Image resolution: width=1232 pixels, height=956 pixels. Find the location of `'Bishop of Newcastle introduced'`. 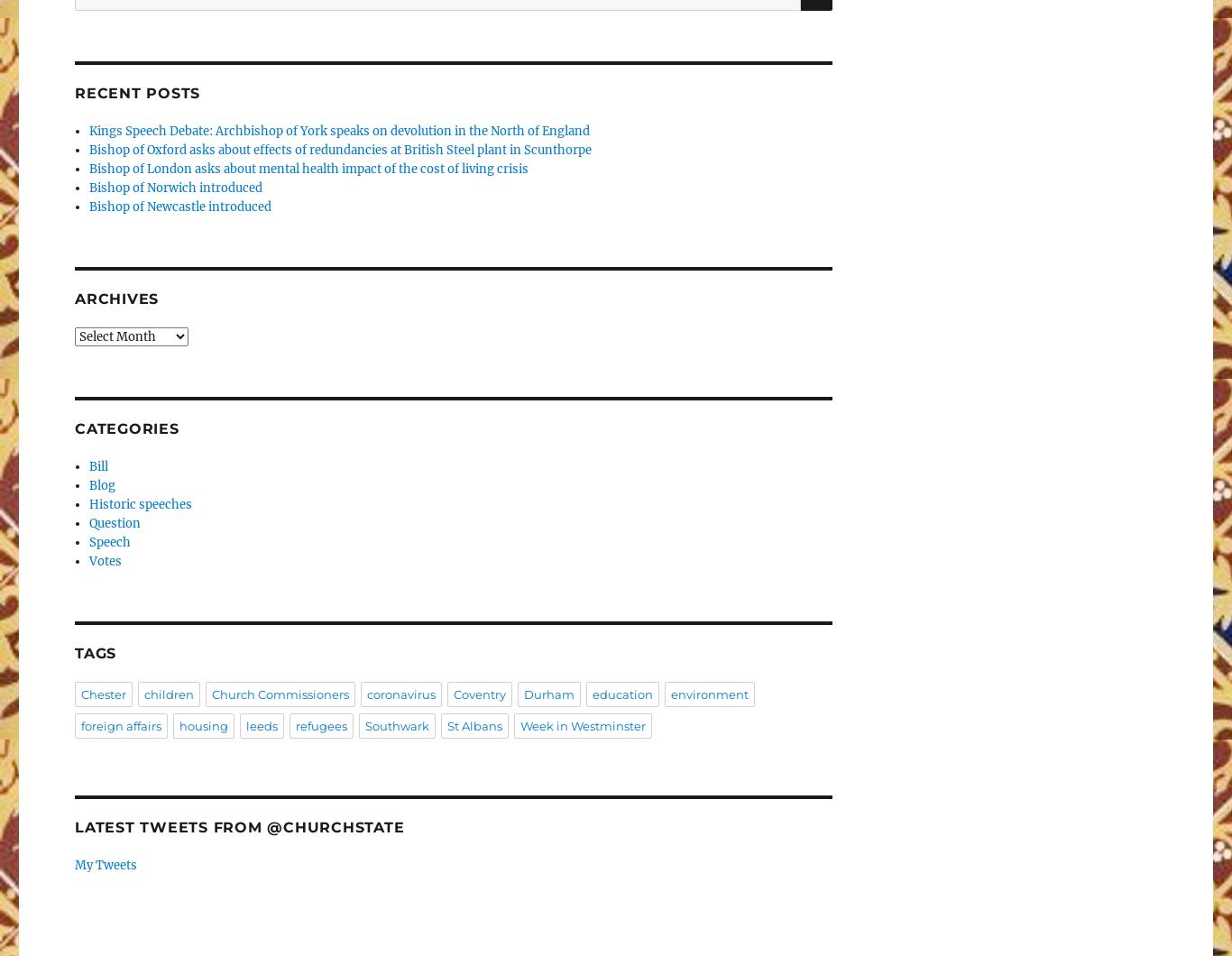

'Bishop of Newcastle introduced' is located at coordinates (179, 205).